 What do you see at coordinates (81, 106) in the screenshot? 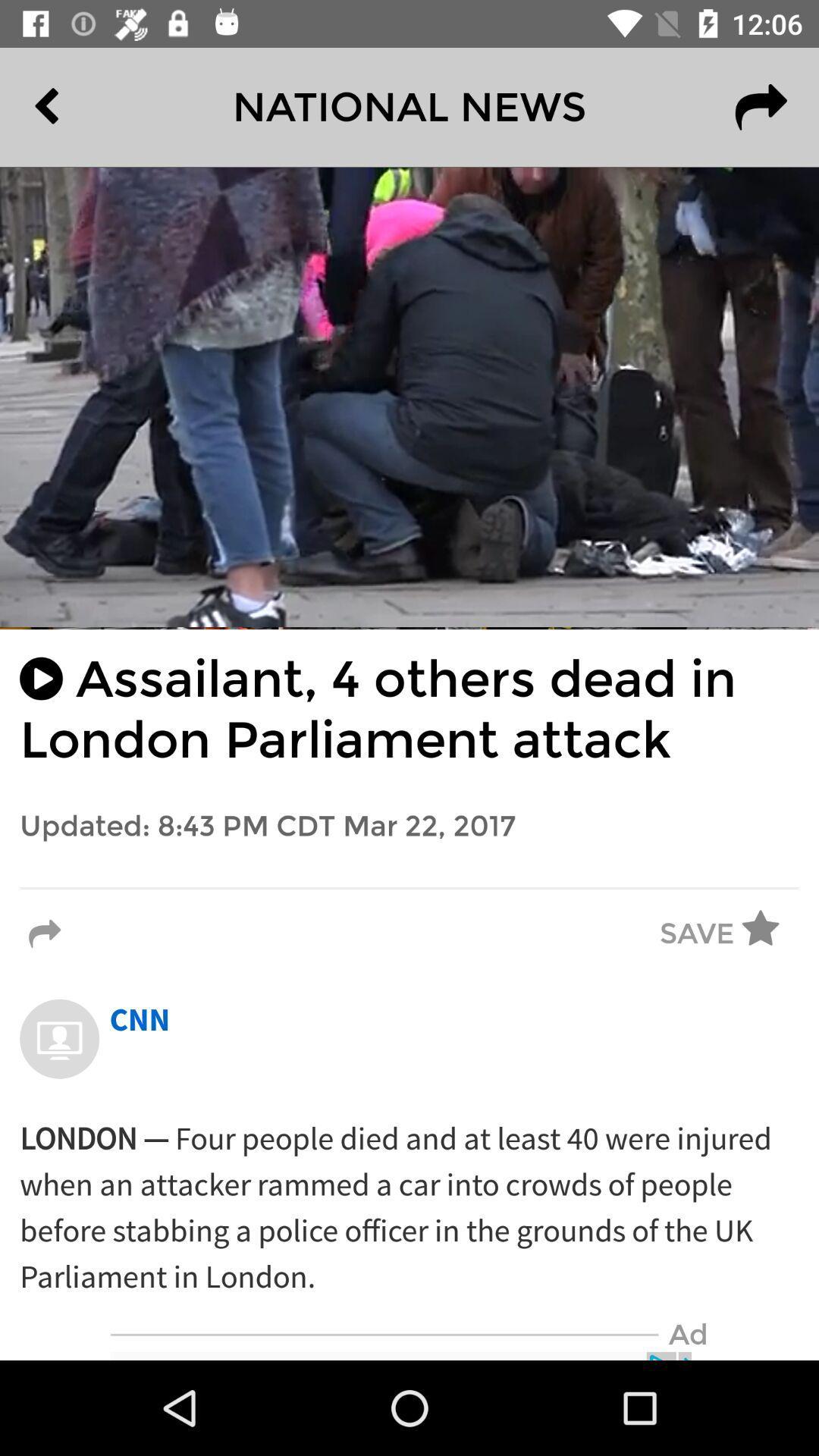
I see `the item to the left of the national news item` at bounding box center [81, 106].